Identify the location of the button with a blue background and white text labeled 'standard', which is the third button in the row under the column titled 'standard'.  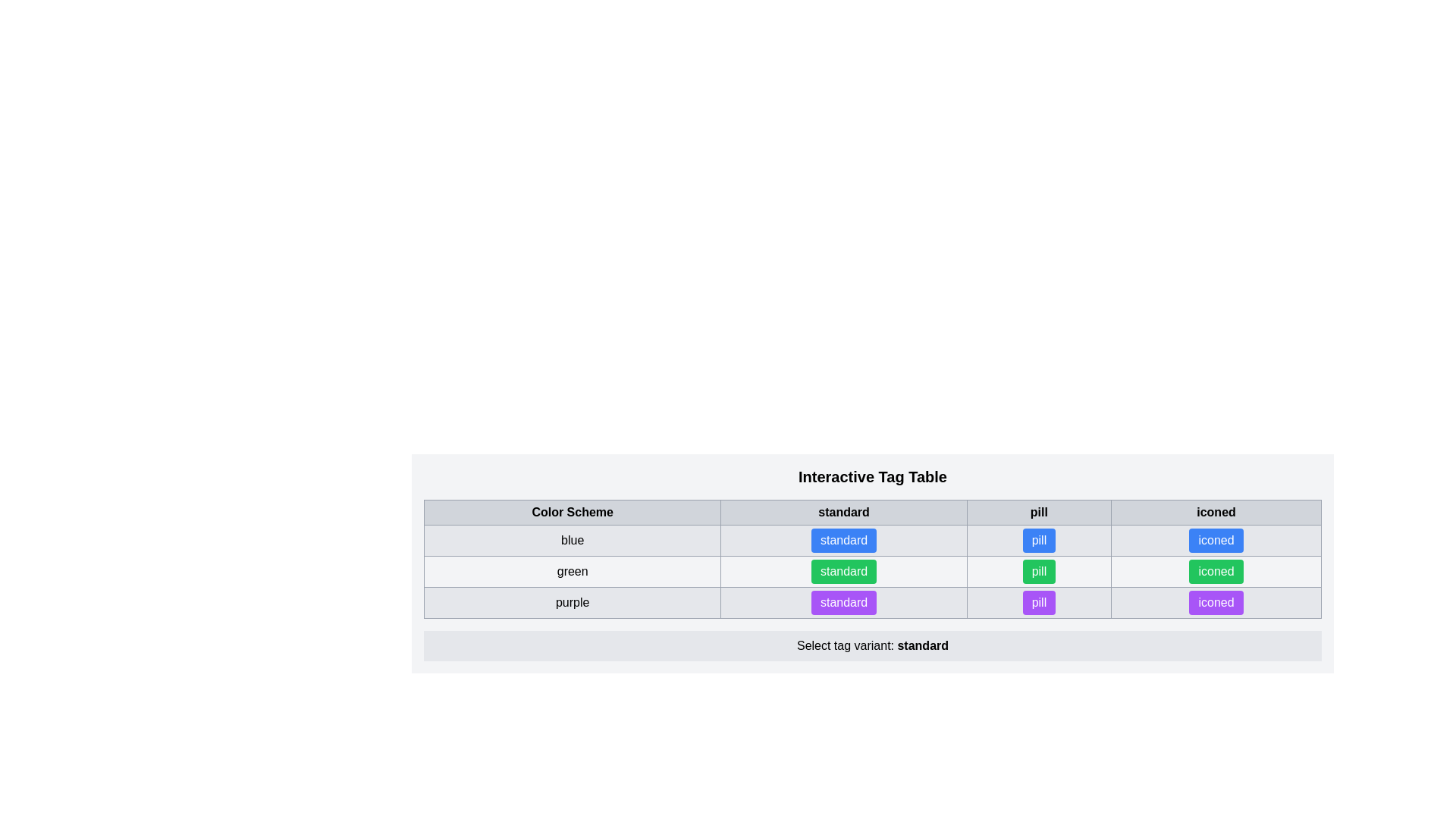
(873, 540).